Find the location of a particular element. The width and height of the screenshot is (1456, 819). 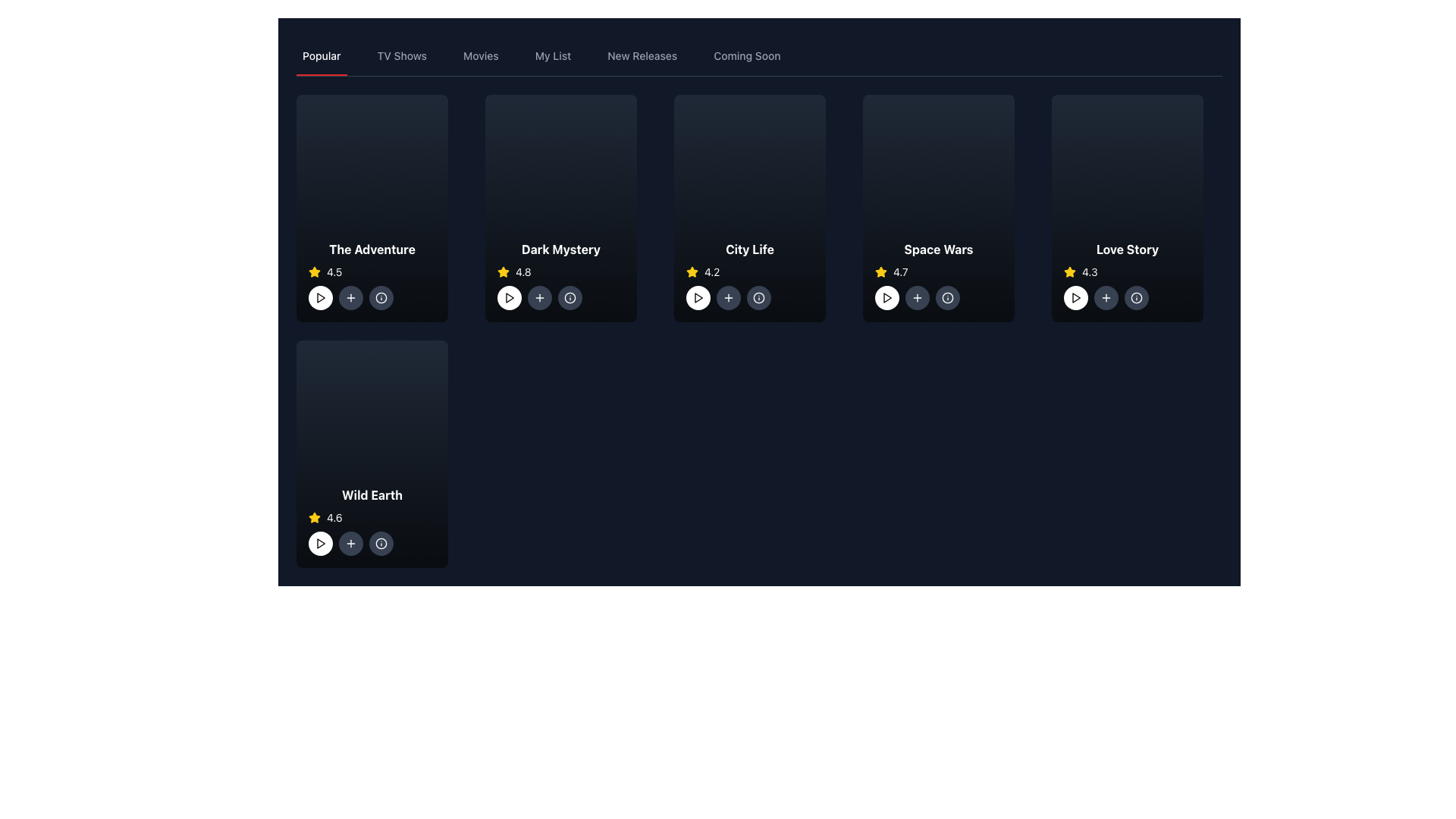

the circular button with a plus sign located at the bottom center of the 'City Life' movie card is located at coordinates (728, 298).